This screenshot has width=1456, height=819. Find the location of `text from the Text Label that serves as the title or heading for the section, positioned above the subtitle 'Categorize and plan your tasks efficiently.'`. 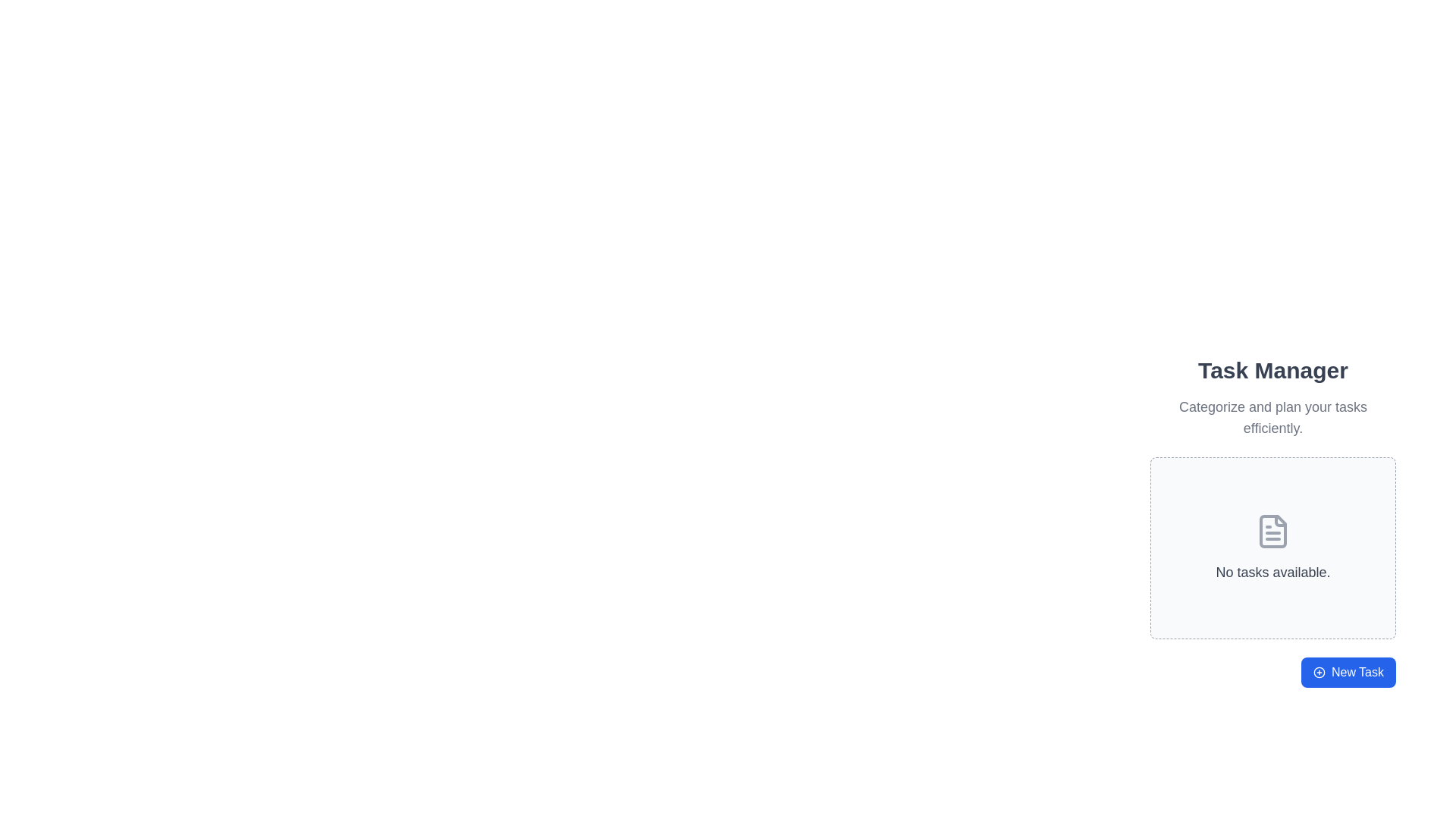

text from the Text Label that serves as the title or heading for the section, positioned above the subtitle 'Categorize and plan your tasks efficiently.' is located at coordinates (1273, 371).